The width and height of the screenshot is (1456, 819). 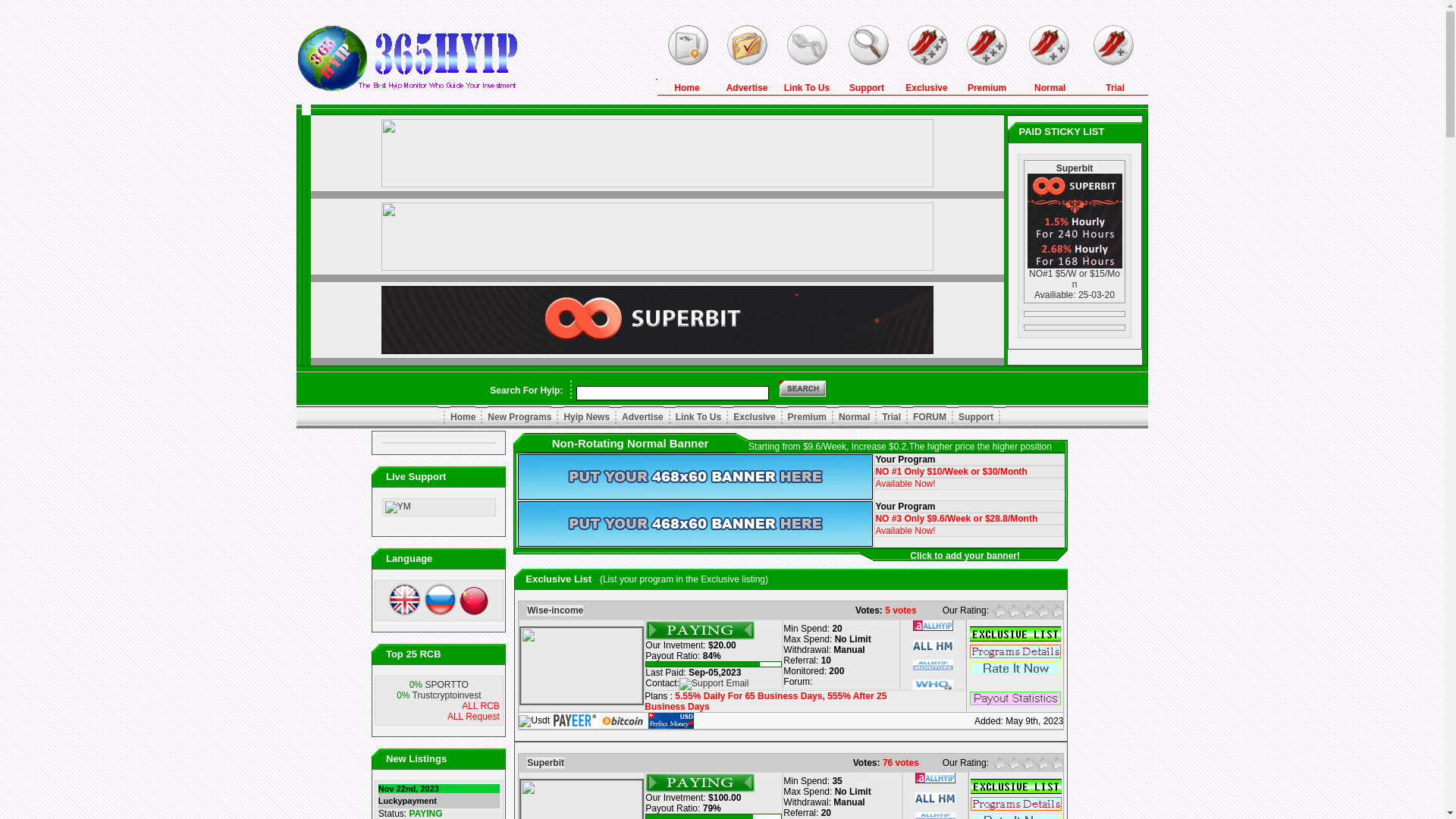 What do you see at coordinates (519, 417) in the screenshot?
I see `'New Programs'` at bounding box center [519, 417].